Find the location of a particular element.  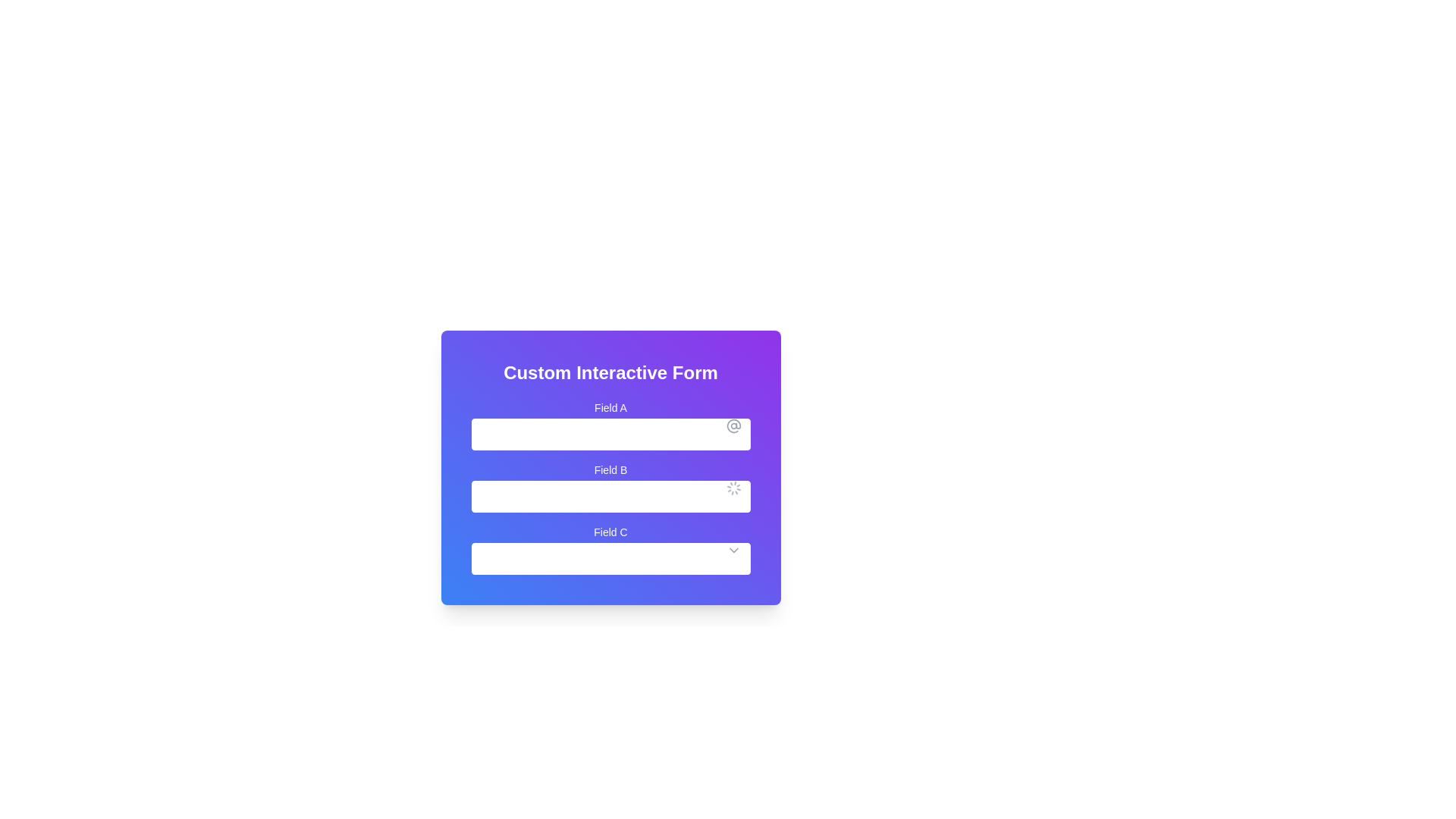

the interactive input field labeled 'Field B' with a spinning loader icon to interact with it is located at coordinates (610, 488).